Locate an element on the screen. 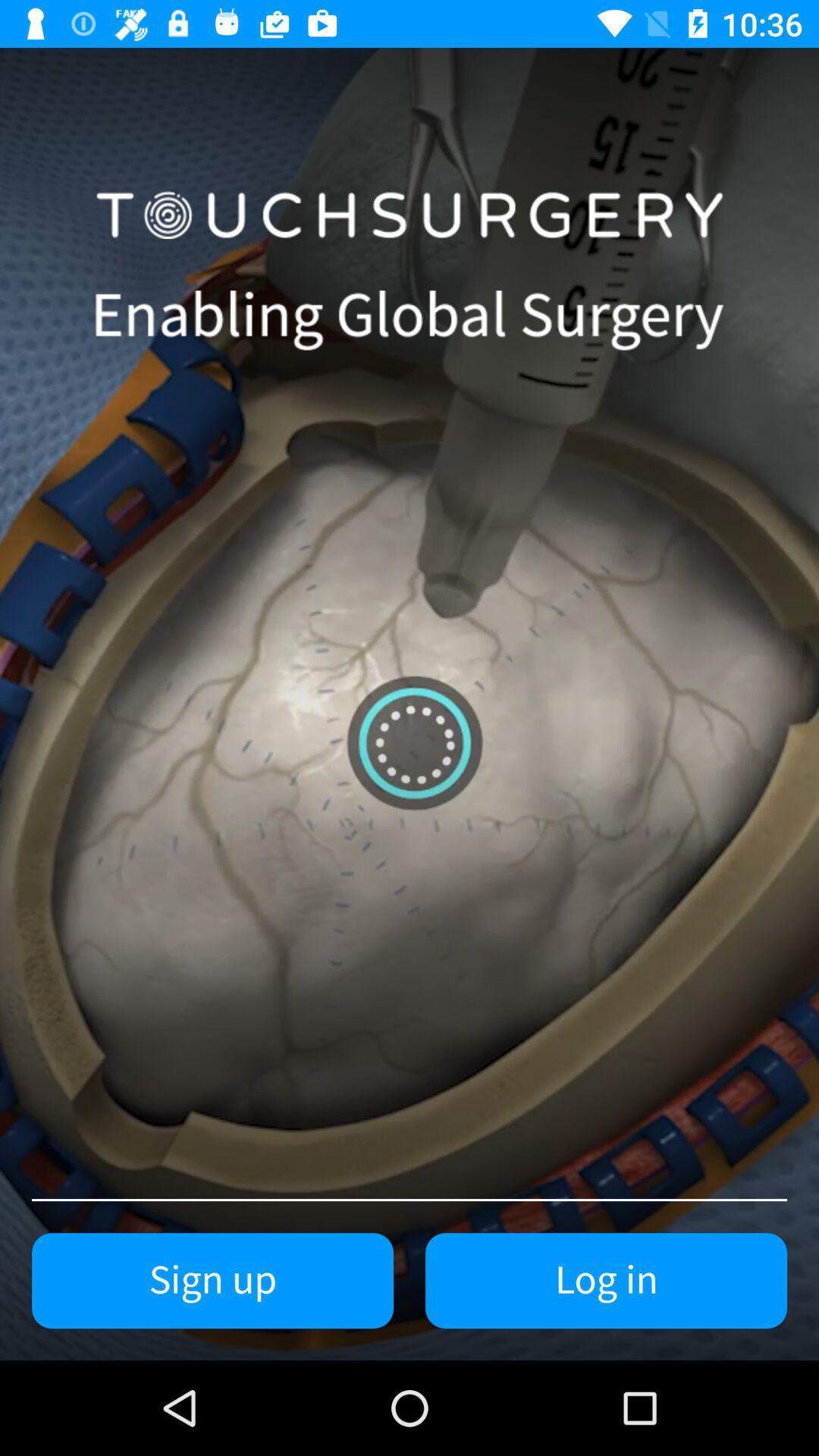 This screenshot has width=819, height=1456. the item next to sign up icon is located at coordinates (605, 1280).